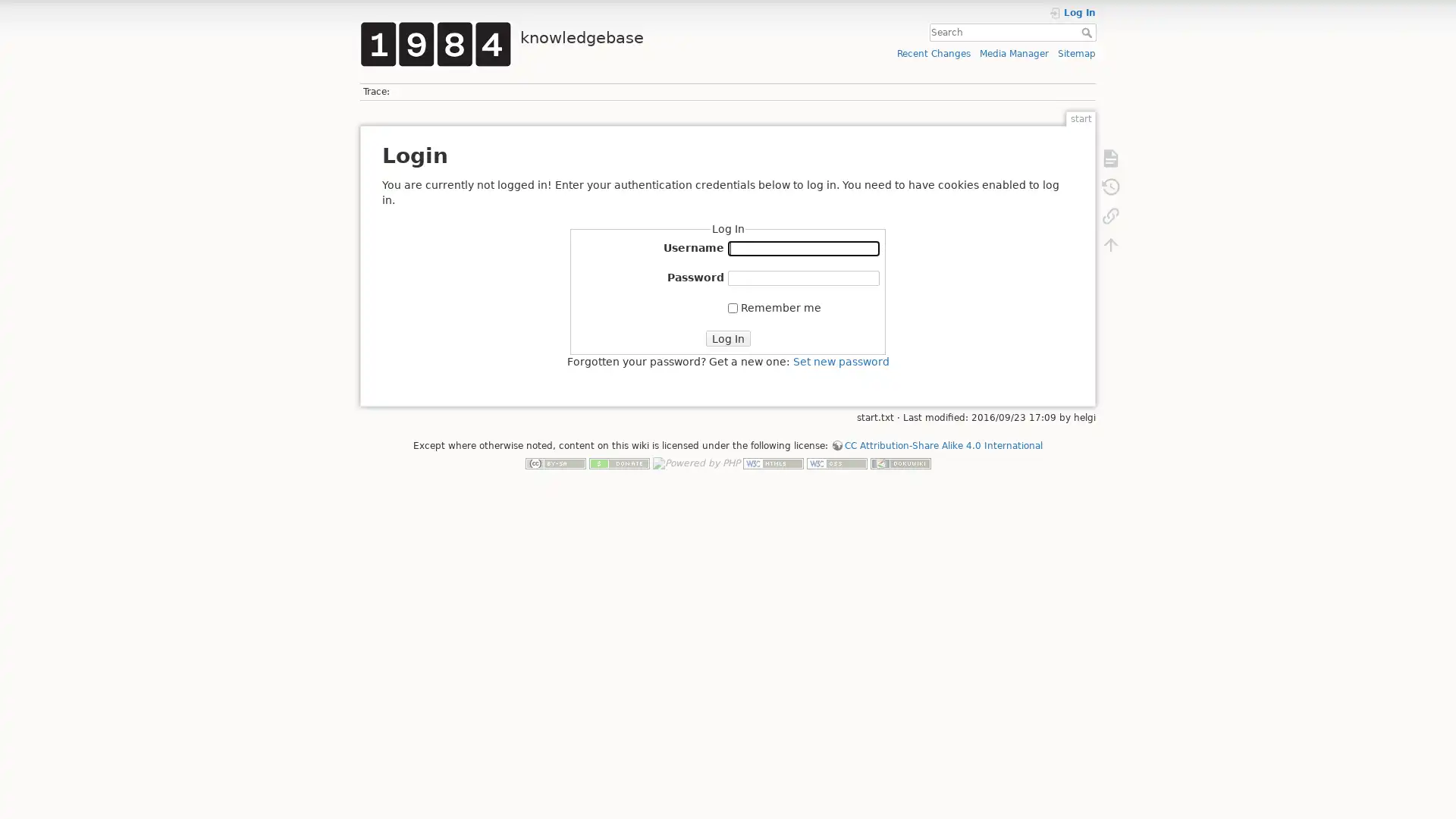 The image size is (1456, 819). Describe the element at coordinates (1087, 32) in the screenshot. I see `Search` at that location.